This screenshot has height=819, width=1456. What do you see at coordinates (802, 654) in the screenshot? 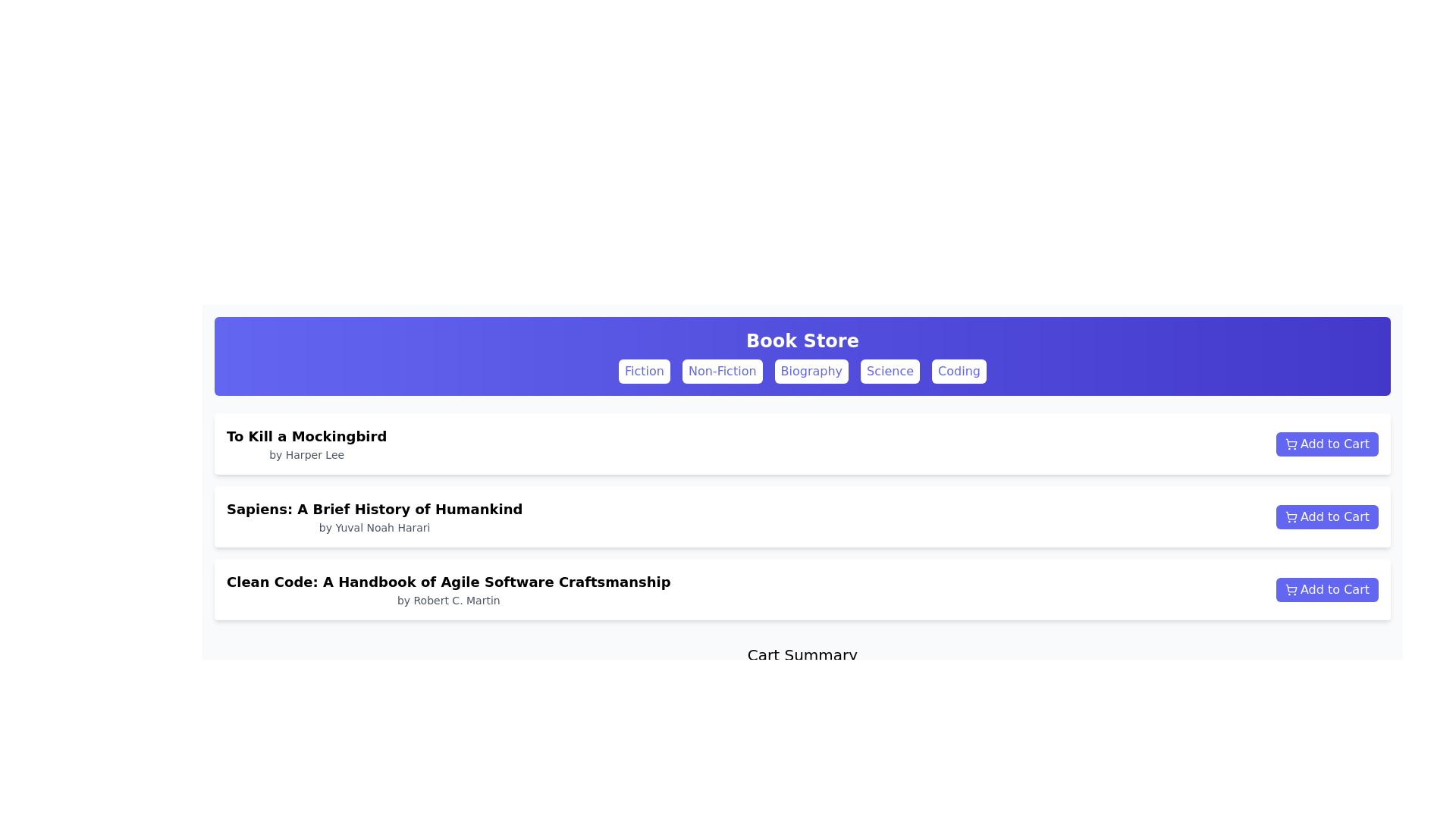
I see `the 'Cart Summary' text label, which is a clear and bold font element positioned at the bottom of a section containing book items` at bounding box center [802, 654].